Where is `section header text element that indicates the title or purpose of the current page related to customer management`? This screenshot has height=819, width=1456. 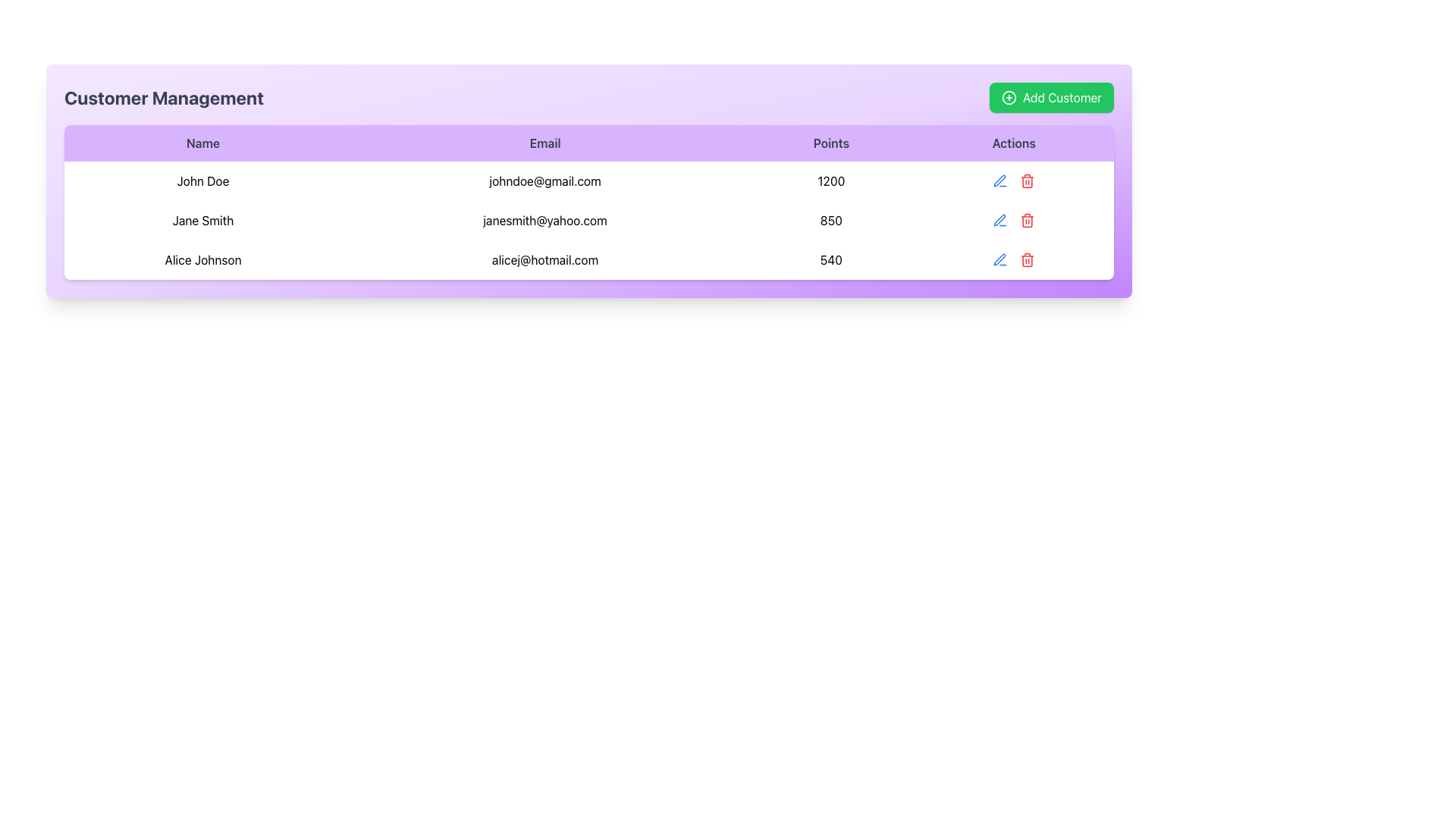
section header text element that indicates the title or purpose of the current page related to customer management is located at coordinates (164, 97).